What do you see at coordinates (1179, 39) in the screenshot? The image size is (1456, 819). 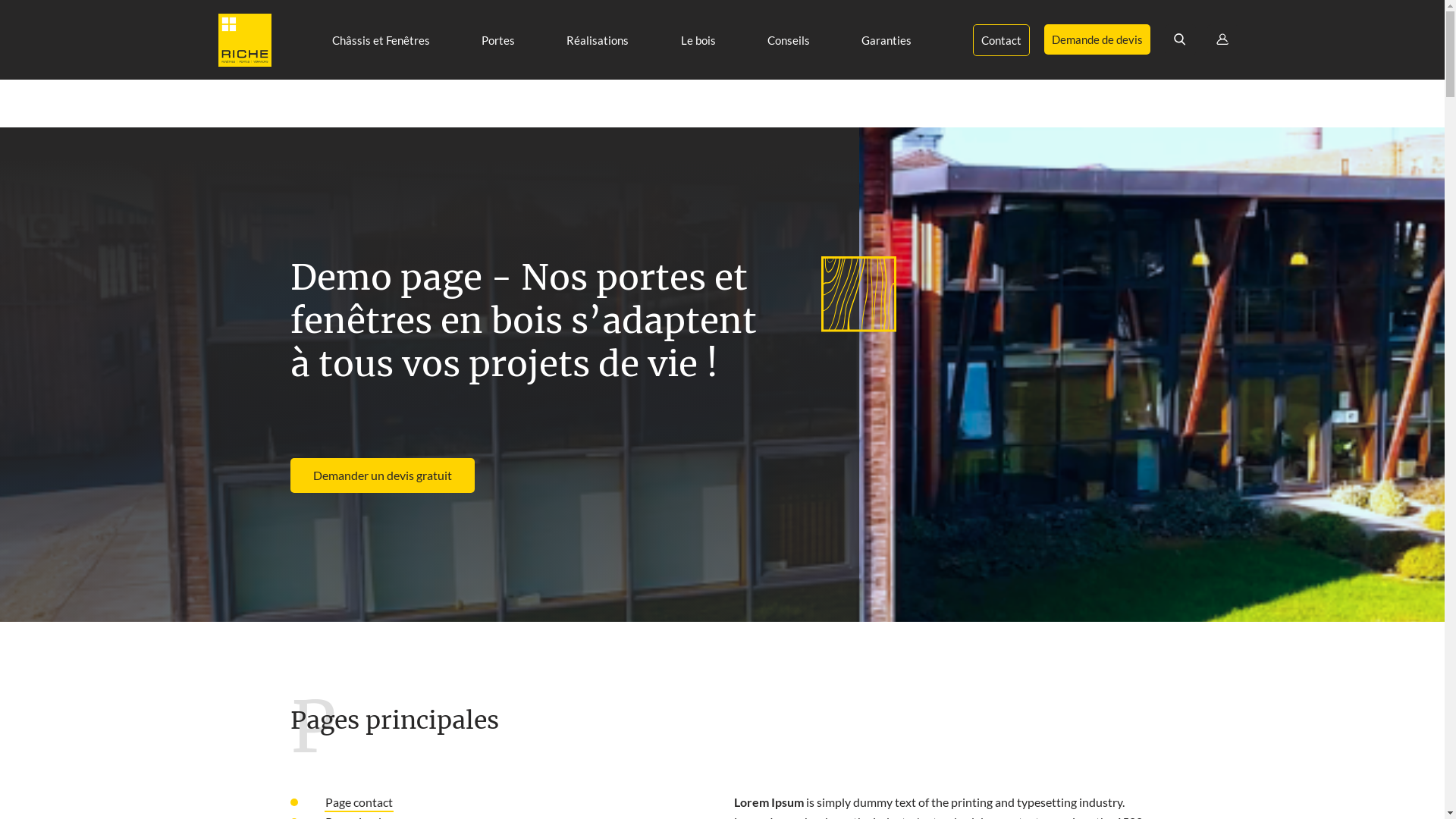 I see `'Rechercher'` at bounding box center [1179, 39].